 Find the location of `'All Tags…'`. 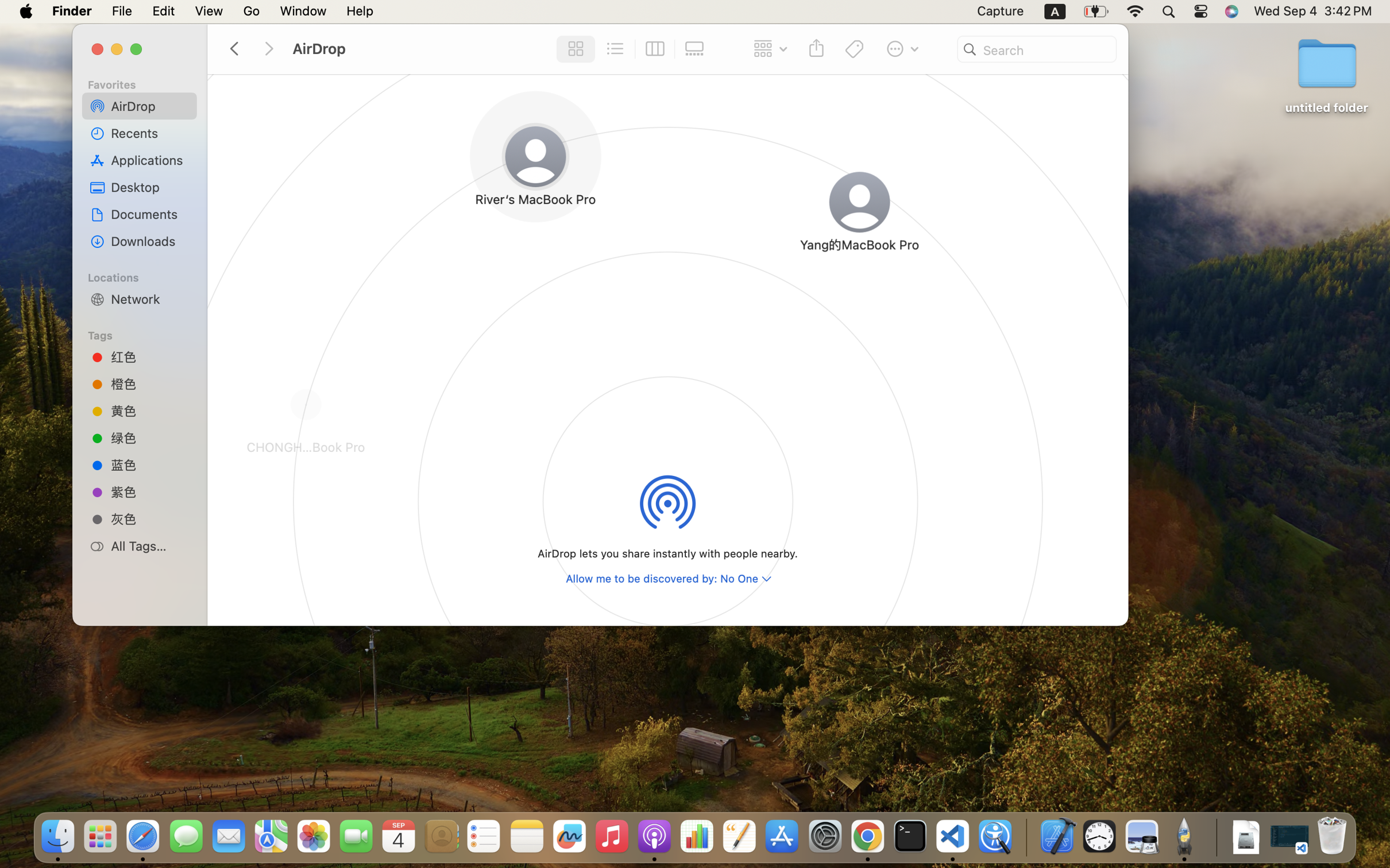

'All Tags…' is located at coordinates (149, 545).